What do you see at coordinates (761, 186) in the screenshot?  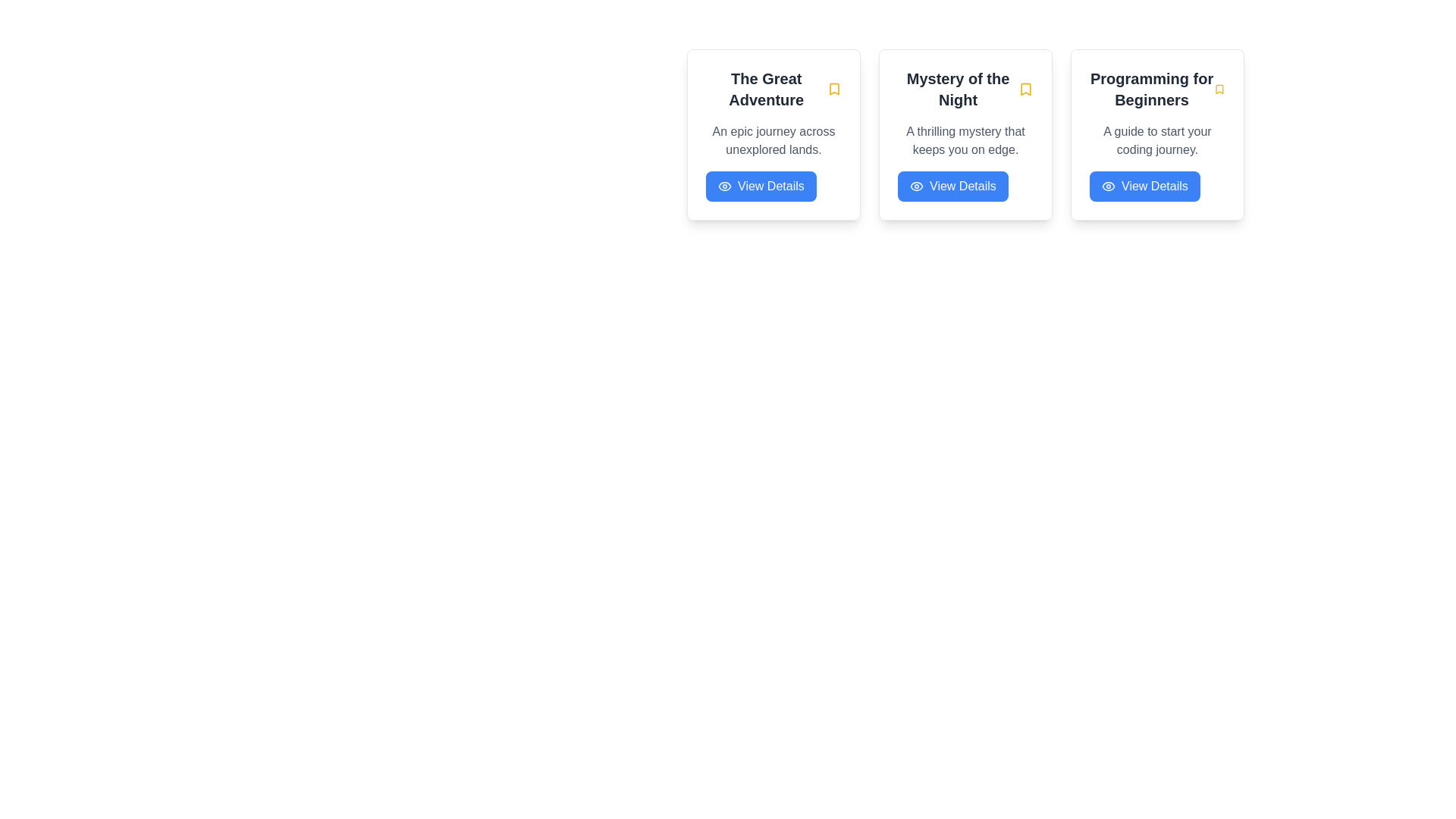 I see `the 'View Details' button, which has white text on a blue background and an eye icon, located at the bottom of the card titled 'The Great Adventure'` at bounding box center [761, 186].